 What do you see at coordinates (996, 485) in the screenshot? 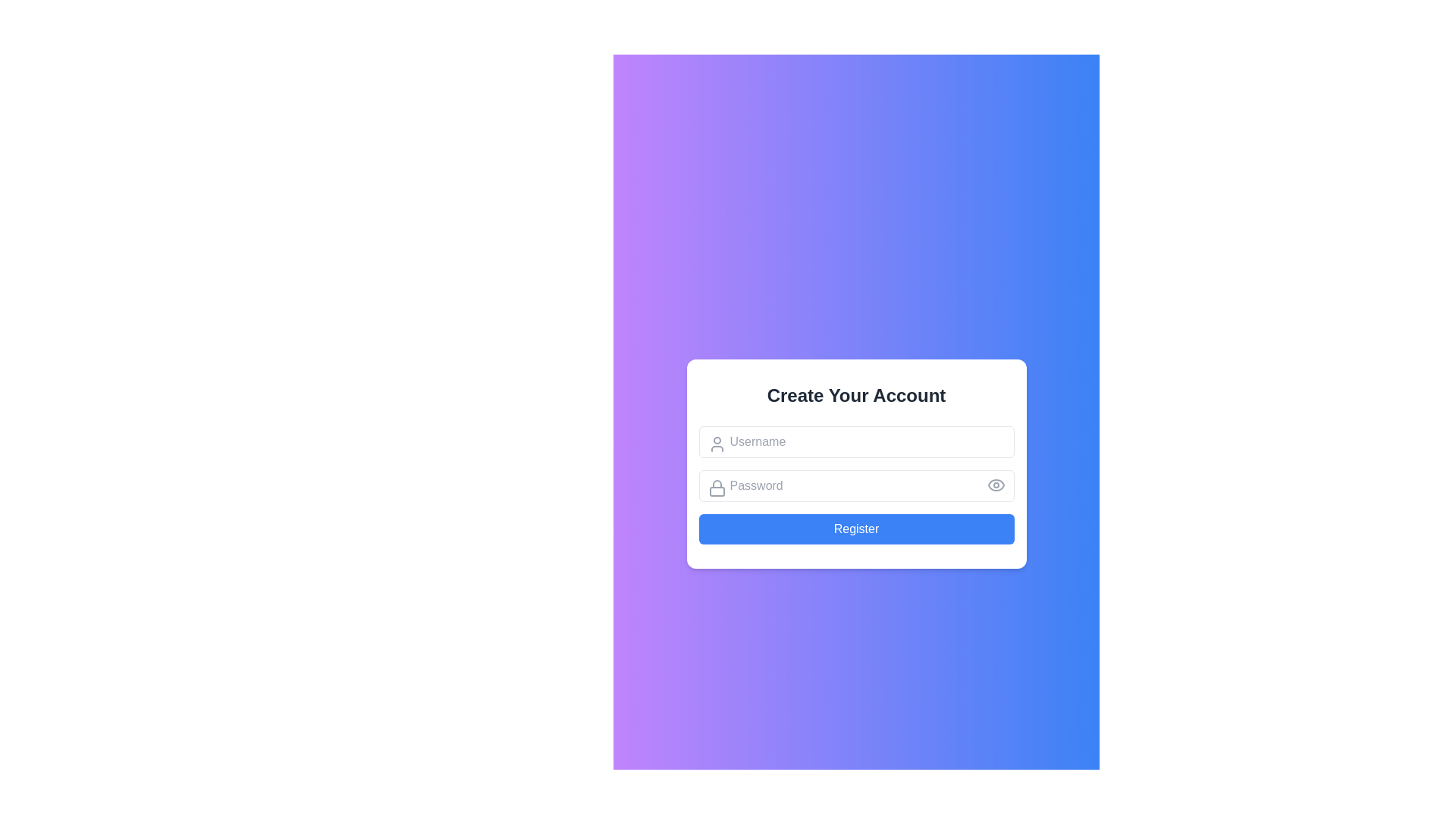
I see `the small gray eye icon button located at the far-right end of the password input field` at bounding box center [996, 485].